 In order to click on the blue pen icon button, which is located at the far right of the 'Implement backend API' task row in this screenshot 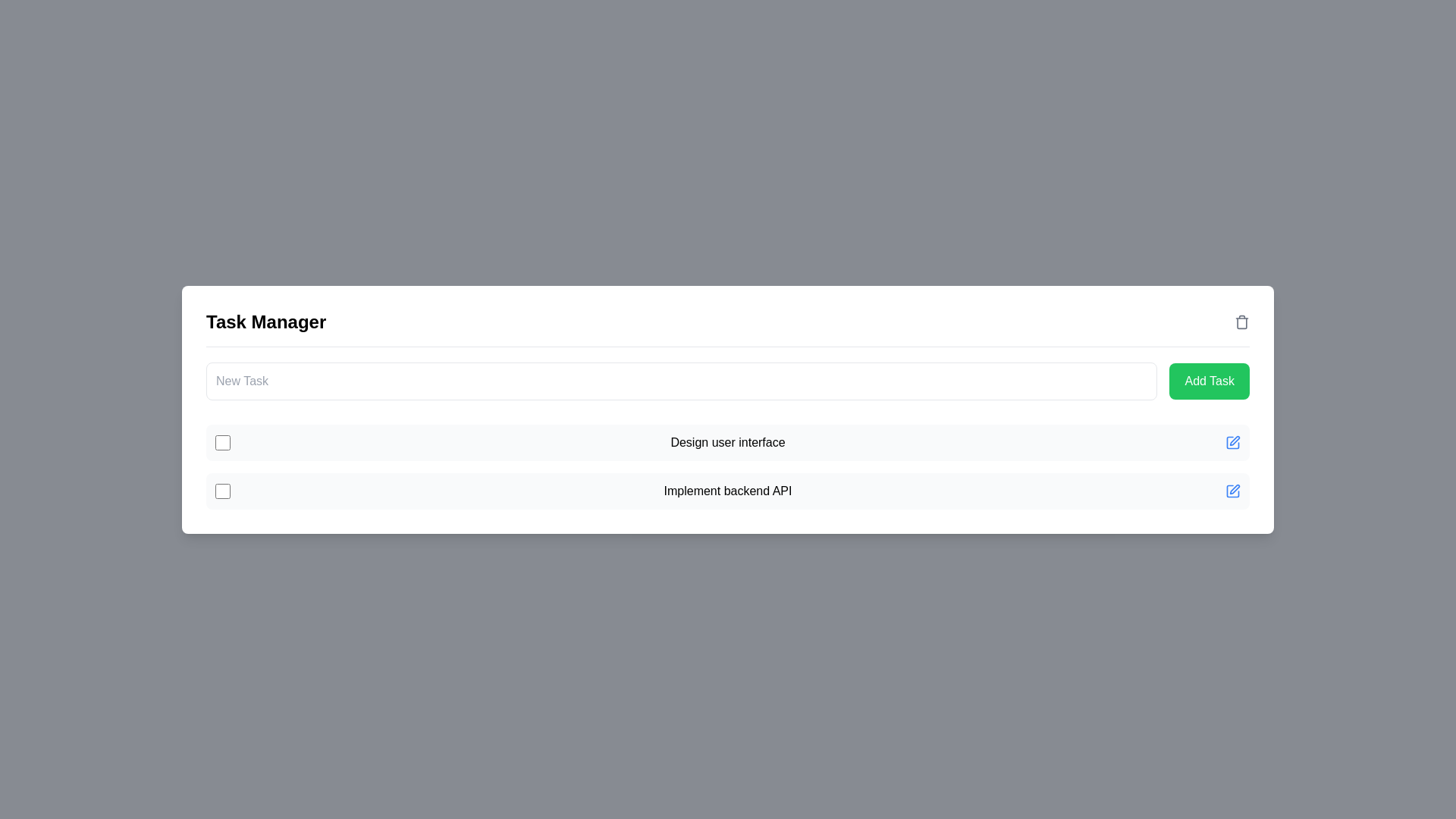, I will do `click(1233, 491)`.